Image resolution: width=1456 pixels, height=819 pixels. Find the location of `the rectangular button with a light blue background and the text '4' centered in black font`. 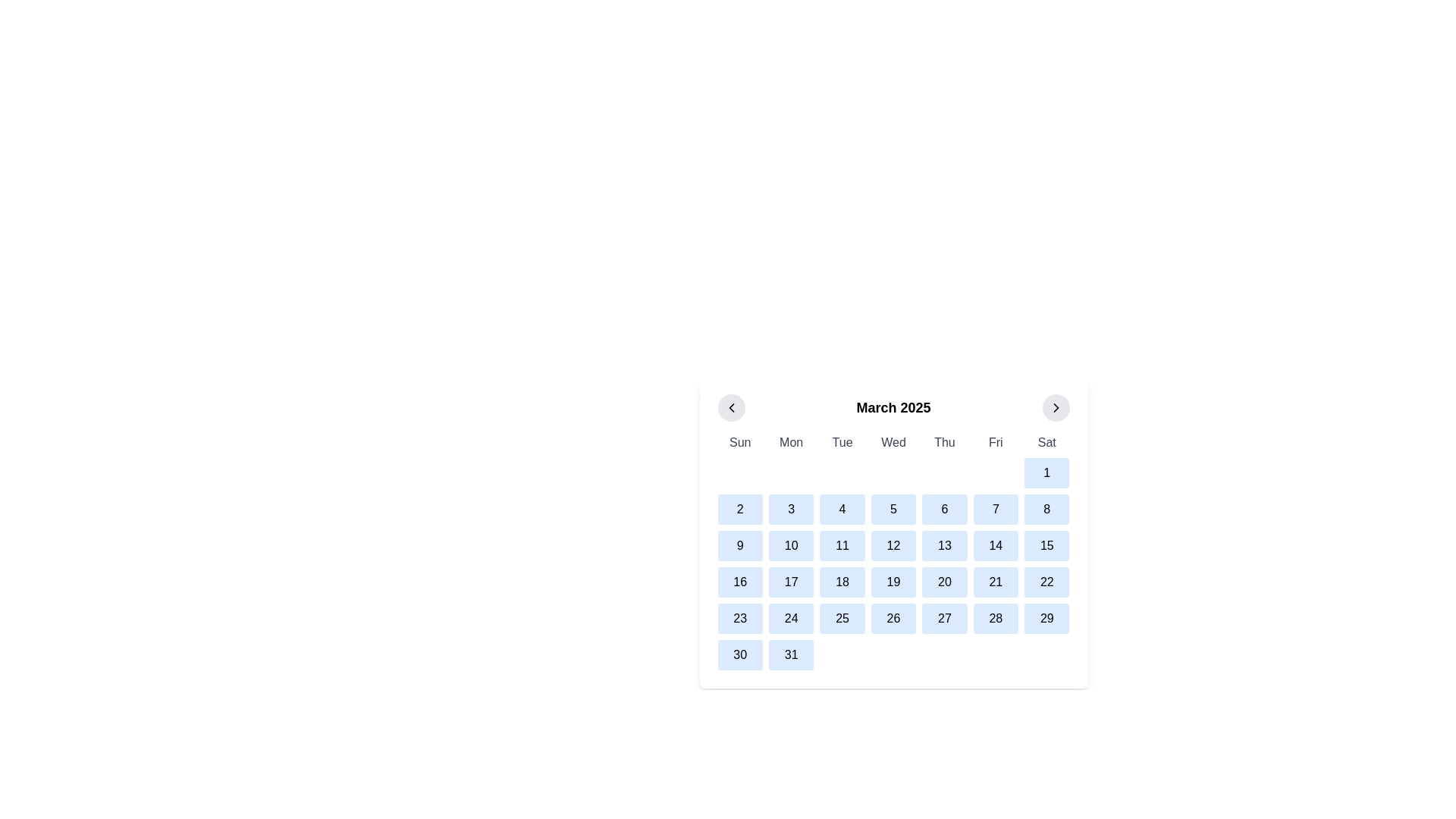

the rectangular button with a light blue background and the text '4' centered in black font is located at coordinates (842, 509).